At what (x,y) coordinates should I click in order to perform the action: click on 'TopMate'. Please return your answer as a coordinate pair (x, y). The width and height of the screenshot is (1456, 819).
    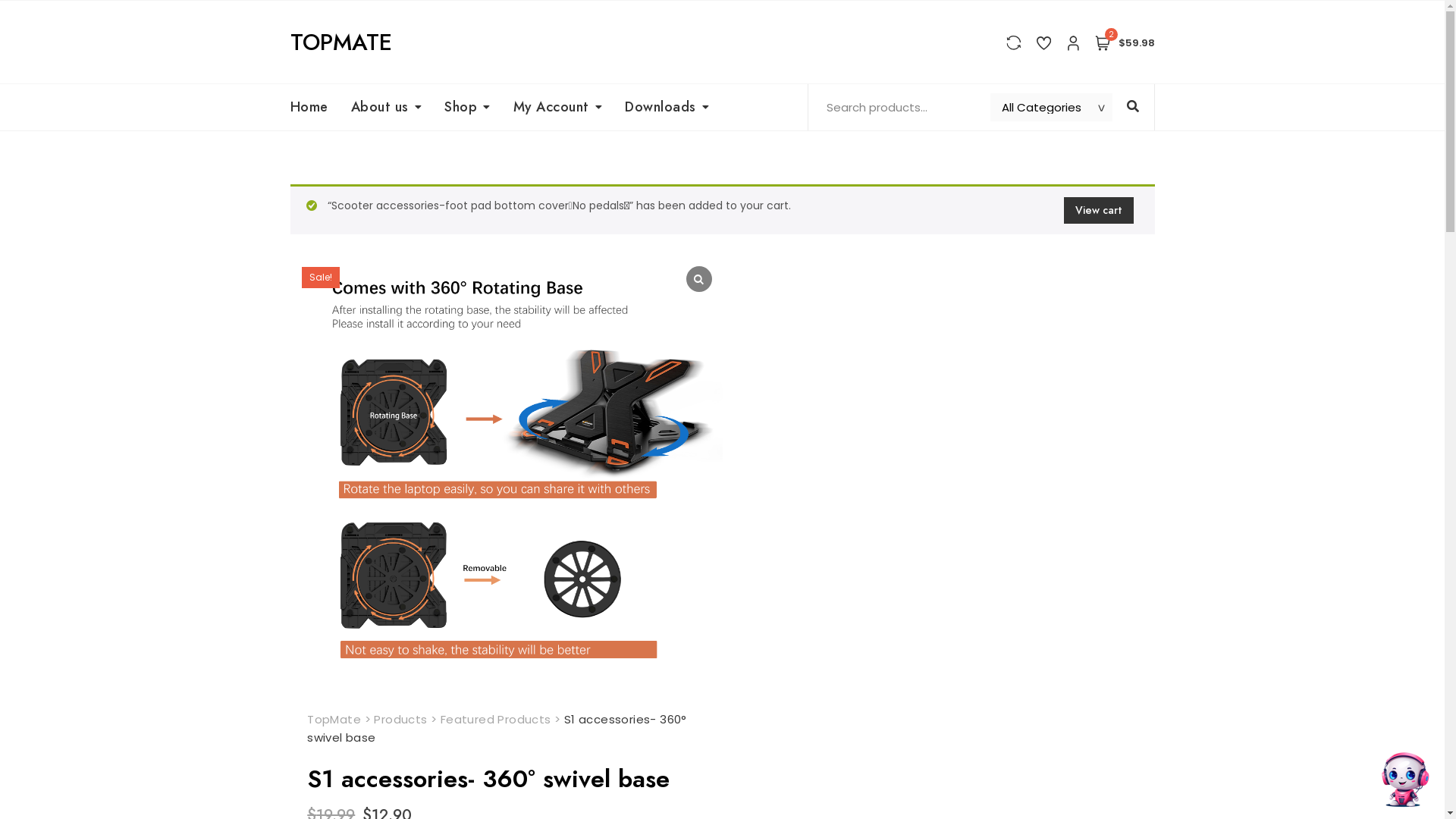
    Looking at the image, I should click on (306, 718).